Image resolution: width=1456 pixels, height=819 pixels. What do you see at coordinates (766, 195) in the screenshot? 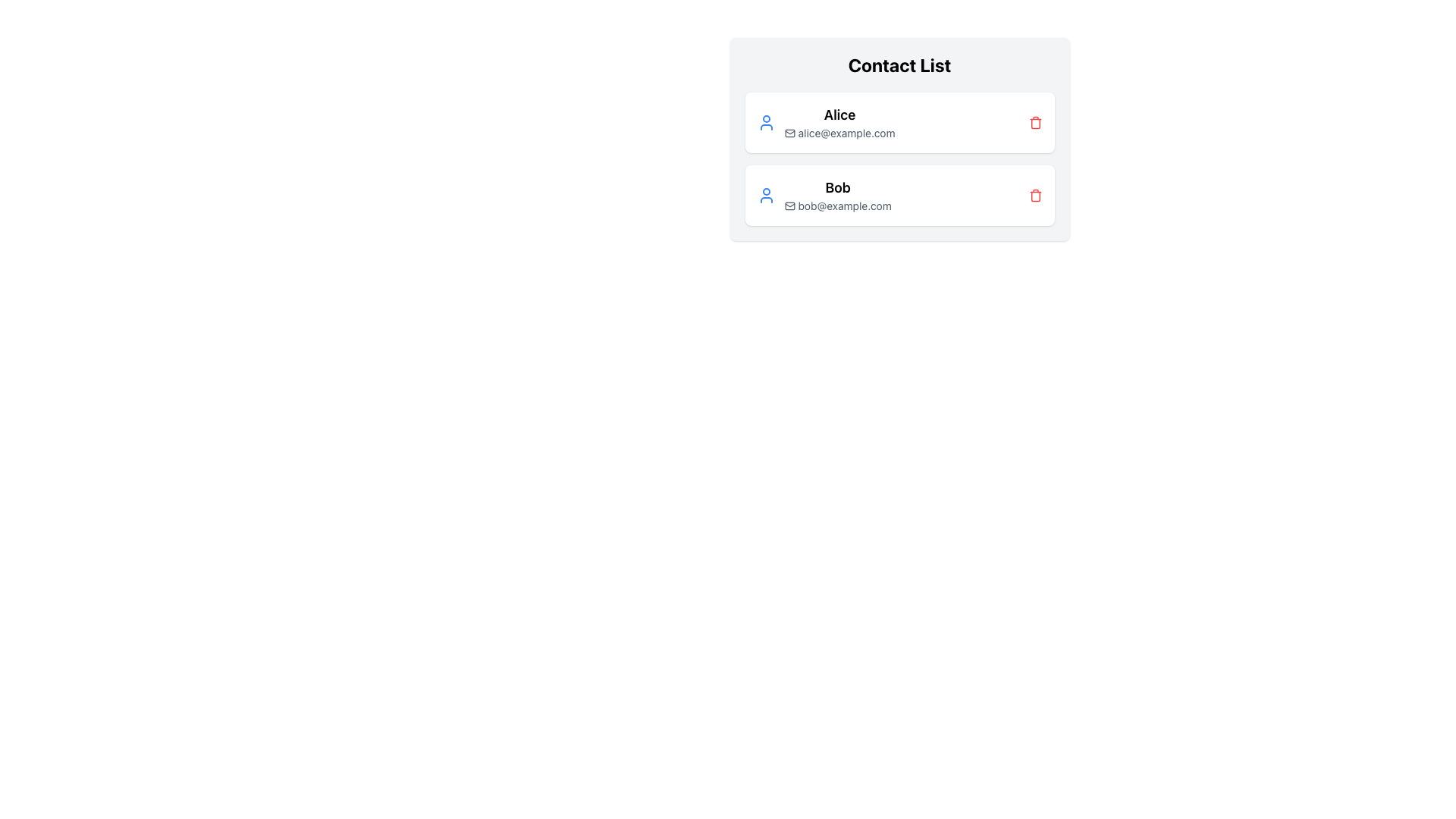
I see `the leftmost icon in the second row of the contact list that represents Bob's contact card` at bounding box center [766, 195].